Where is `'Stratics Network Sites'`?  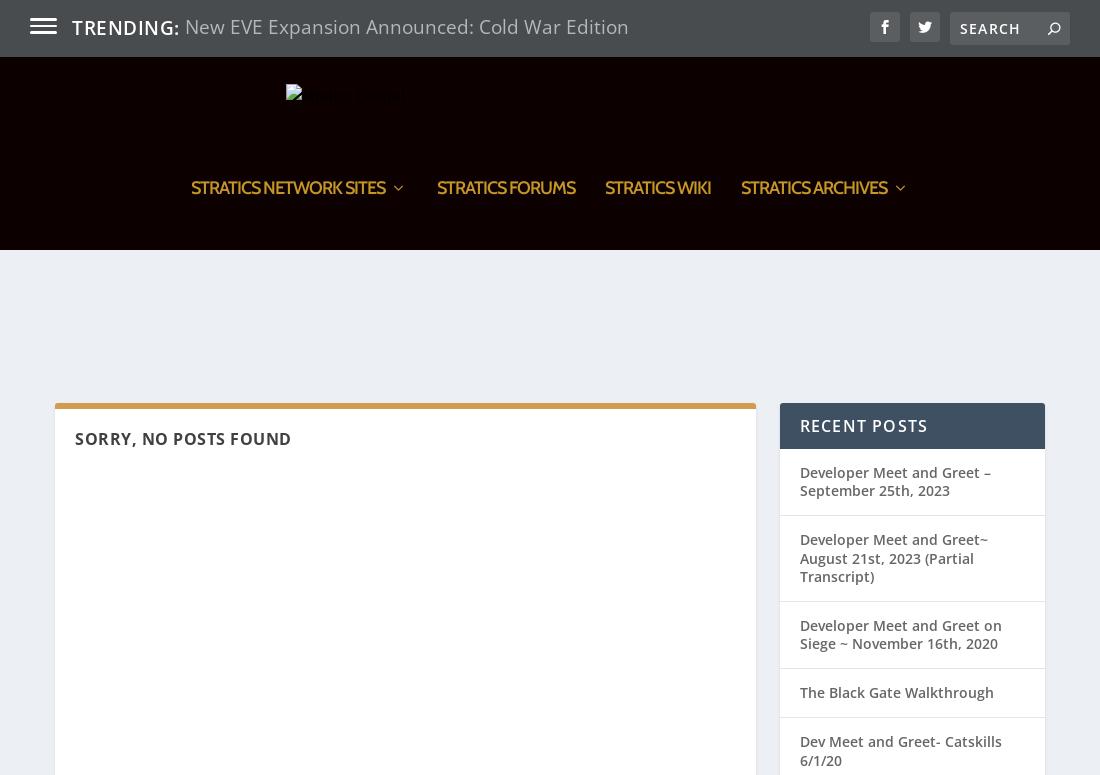 'Stratics Network Sites' is located at coordinates (189, 297).